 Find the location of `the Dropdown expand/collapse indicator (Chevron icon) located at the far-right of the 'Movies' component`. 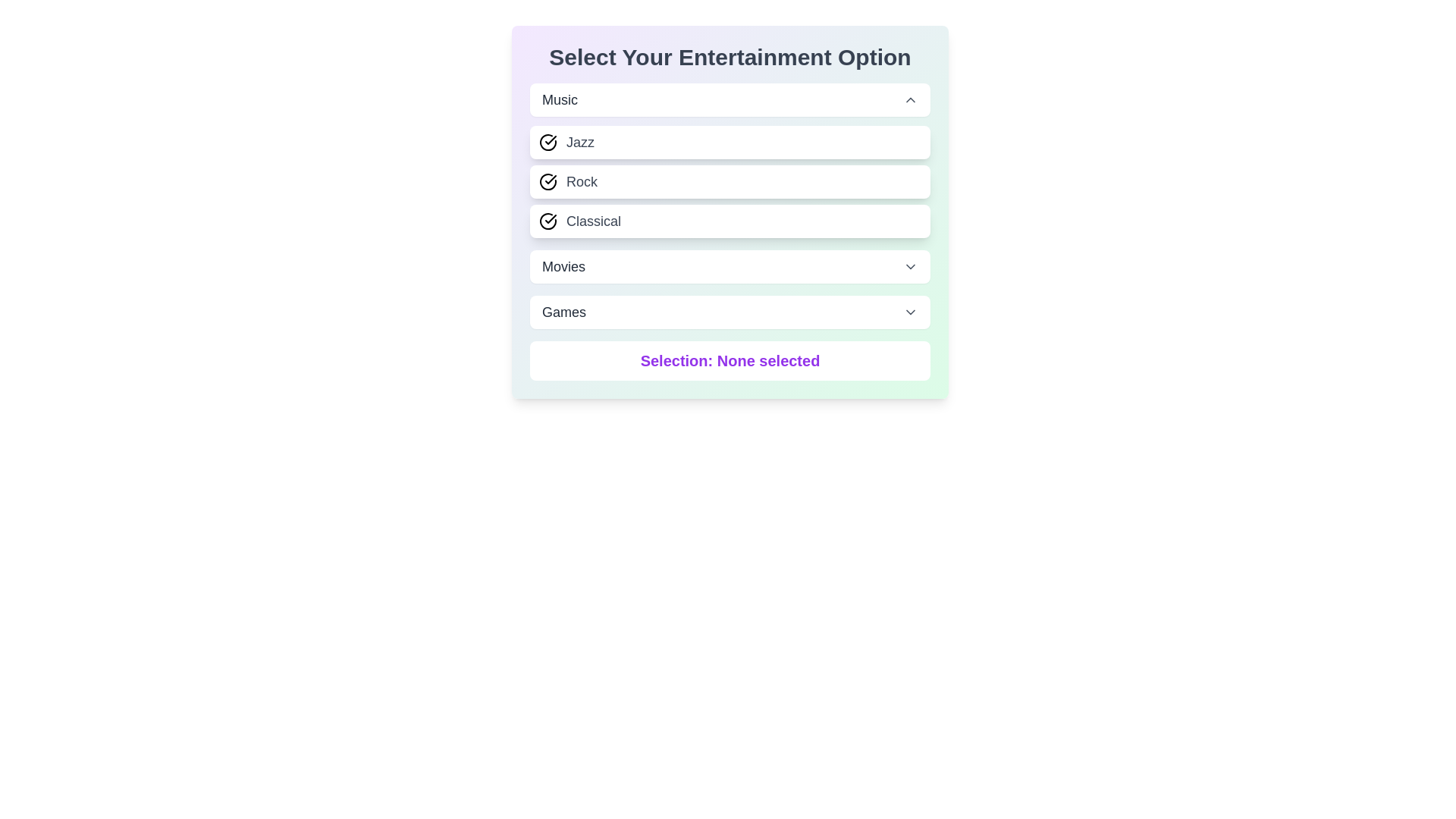

the Dropdown expand/collapse indicator (Chevron icon) located at the far-right of the 'Movies' component is located at coordinates (910, 265).